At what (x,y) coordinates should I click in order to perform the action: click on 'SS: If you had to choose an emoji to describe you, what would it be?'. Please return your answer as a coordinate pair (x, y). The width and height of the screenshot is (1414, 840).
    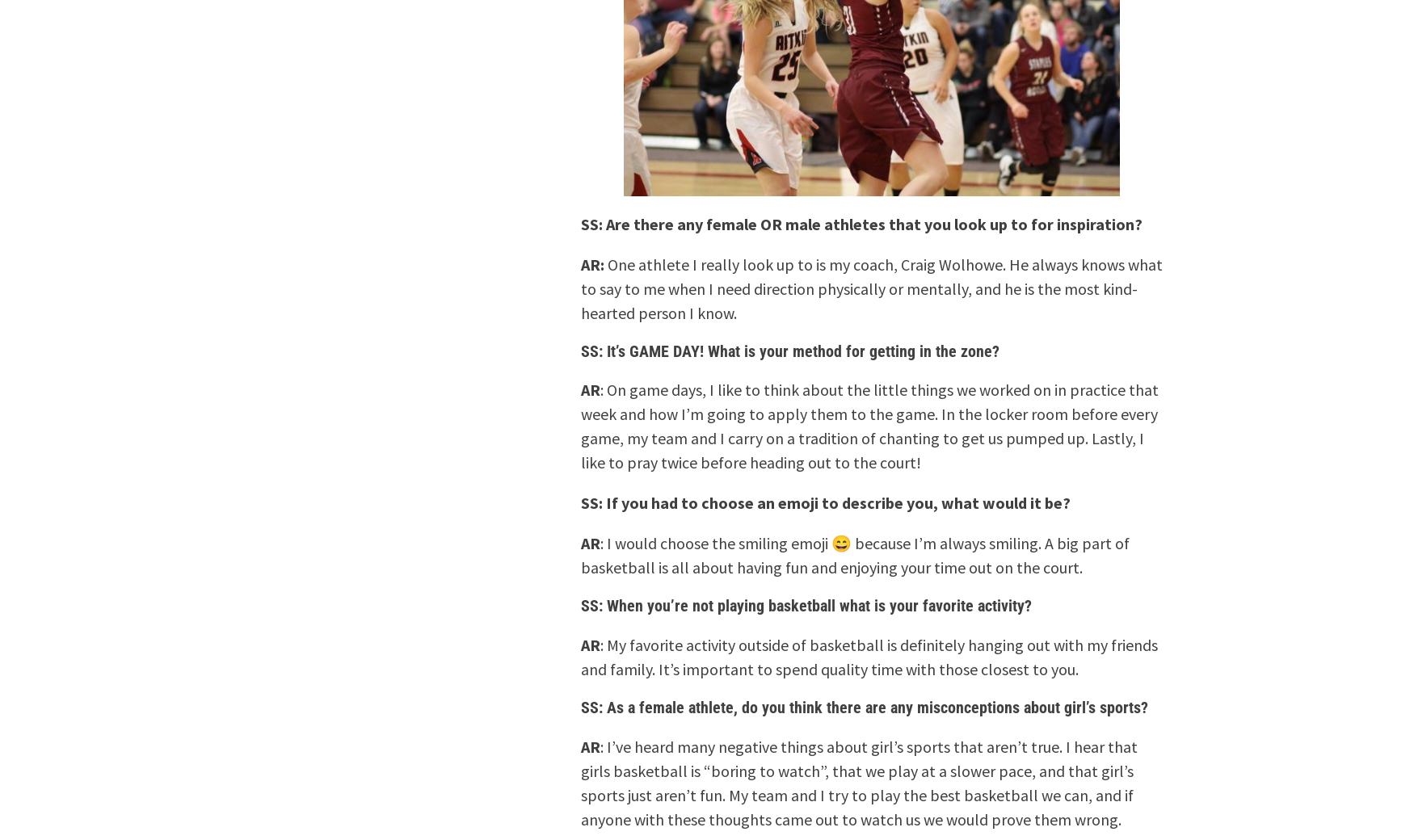
    Looking at the image, I should click on (581, 502).